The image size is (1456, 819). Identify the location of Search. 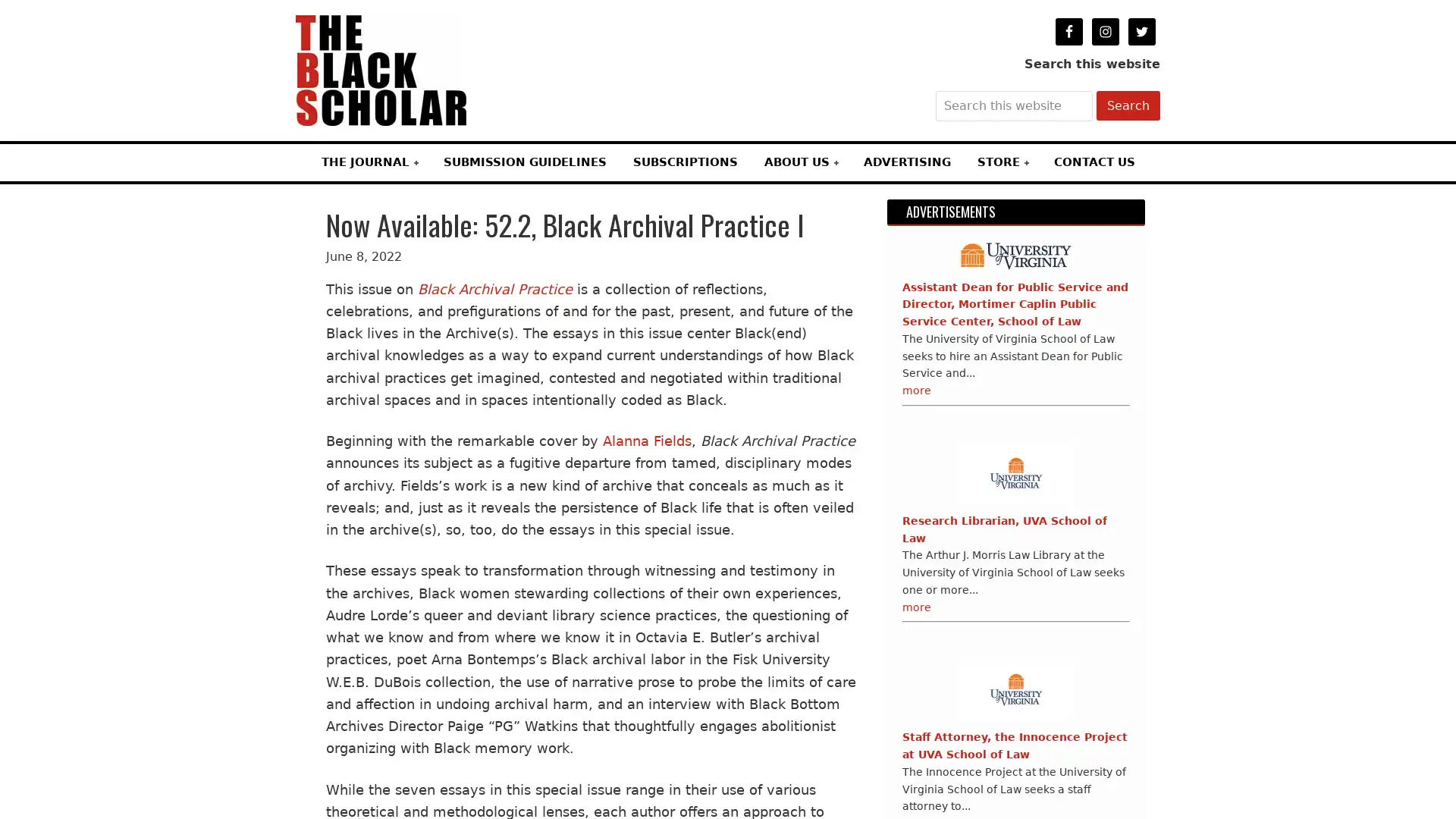
(1128, 105).